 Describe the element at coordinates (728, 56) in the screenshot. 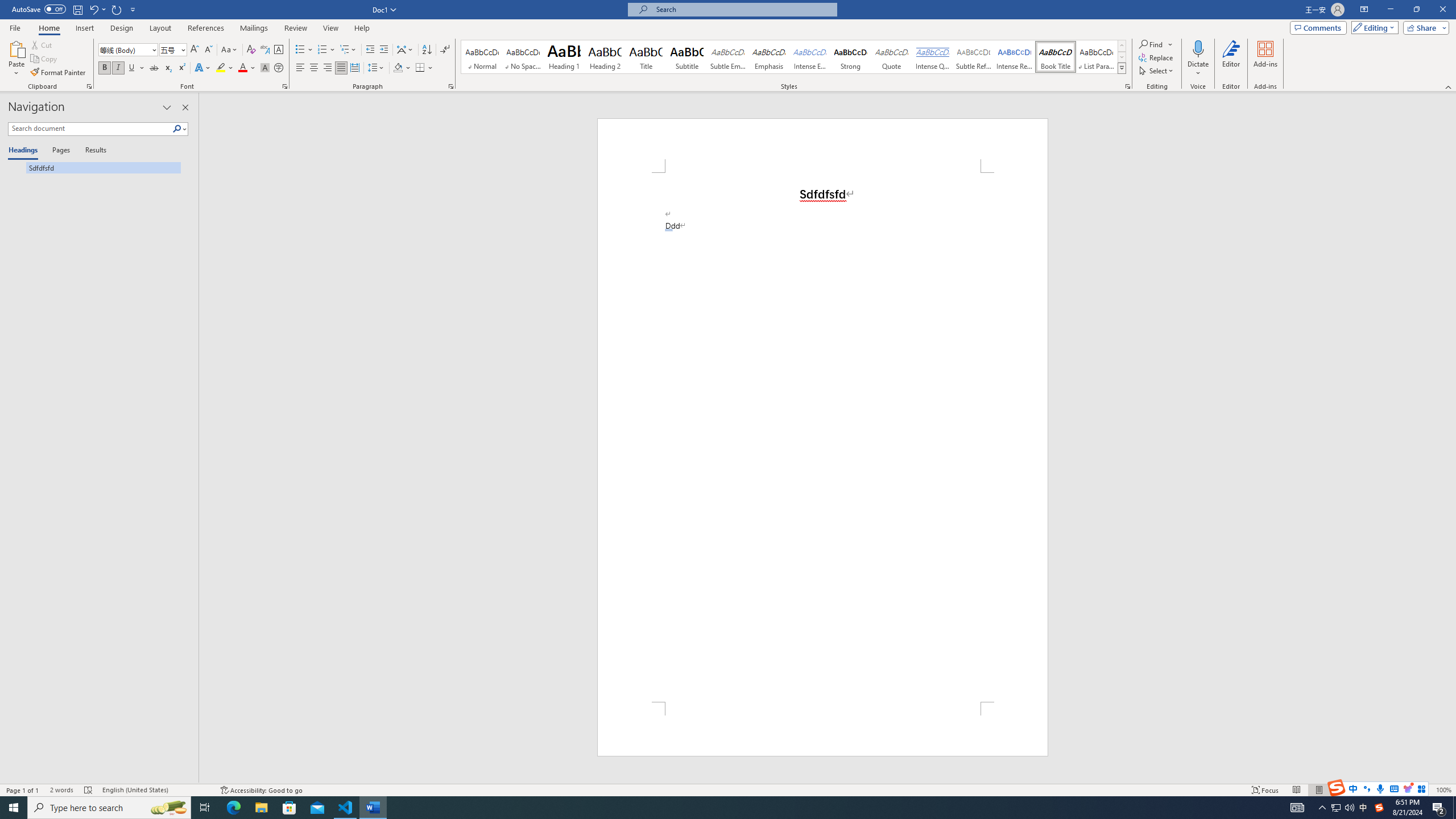

I see `'Subtle Emphasis'` at that location.